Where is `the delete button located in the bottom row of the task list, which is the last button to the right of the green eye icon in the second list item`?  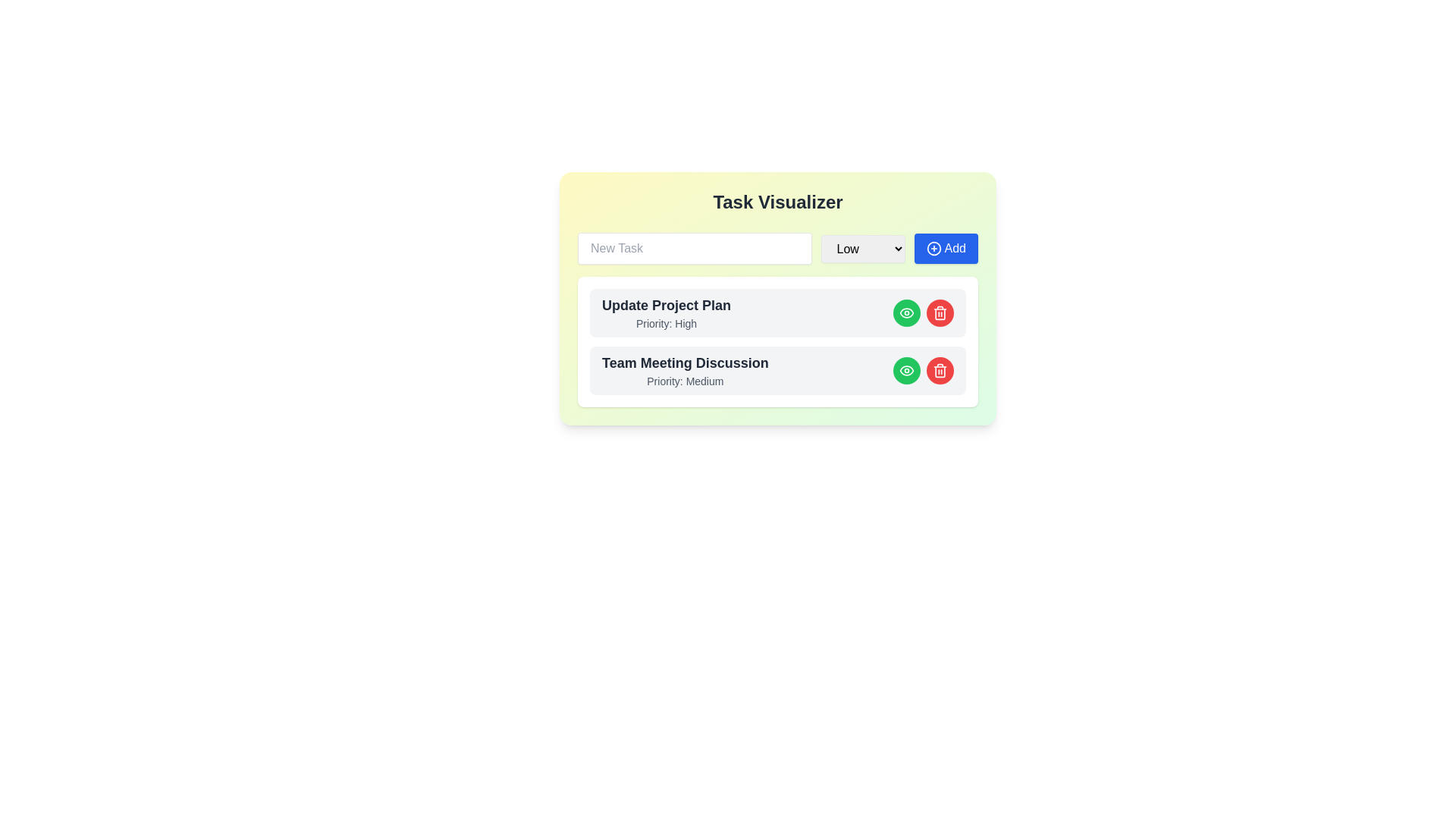
the delete button located in the bottom row of the task list, which is the last button to the right of the green eye icon in the second list item is located at coordinates (939, 371).